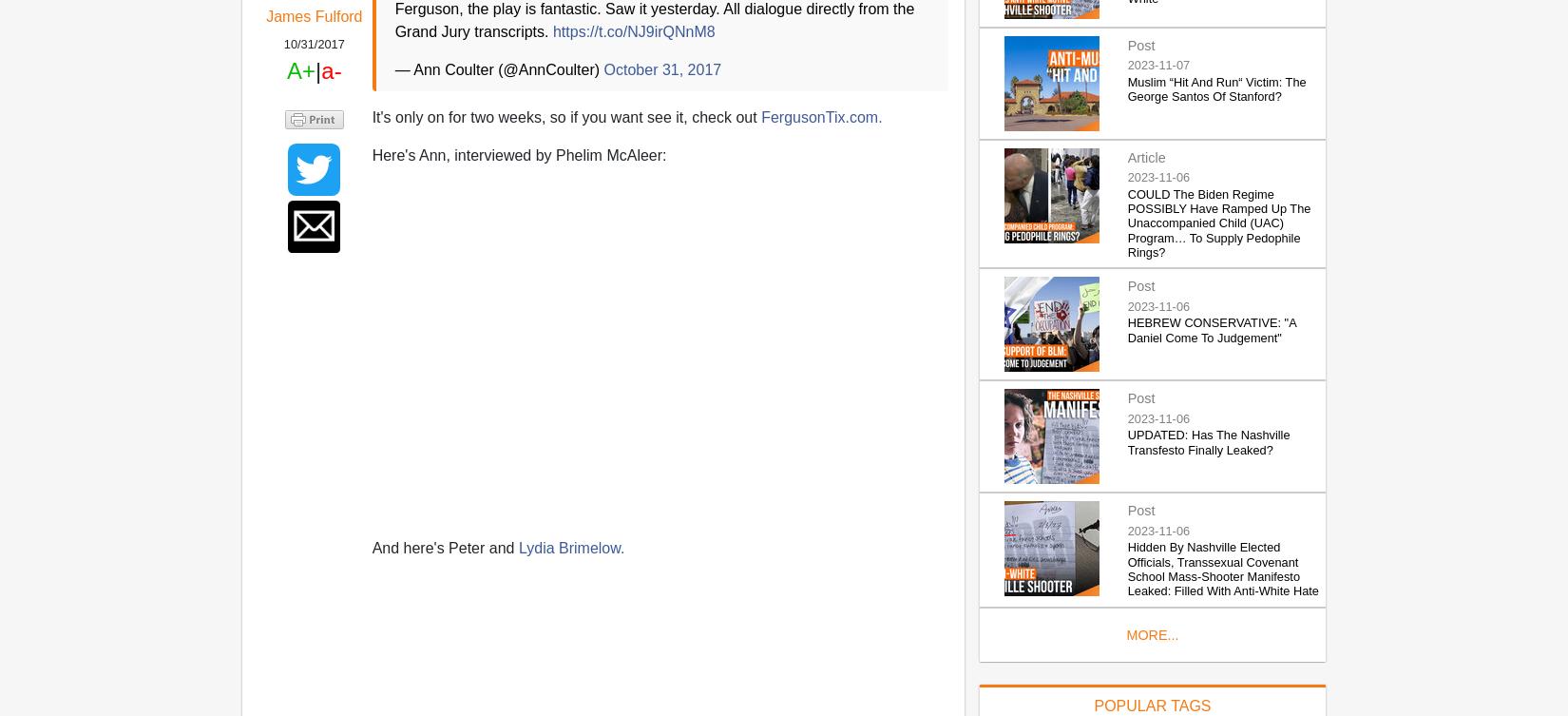  I want to click on 'Muslim “Hit And Run“ Victim: The George Santos Of Stanford?', so click(1127, 87).